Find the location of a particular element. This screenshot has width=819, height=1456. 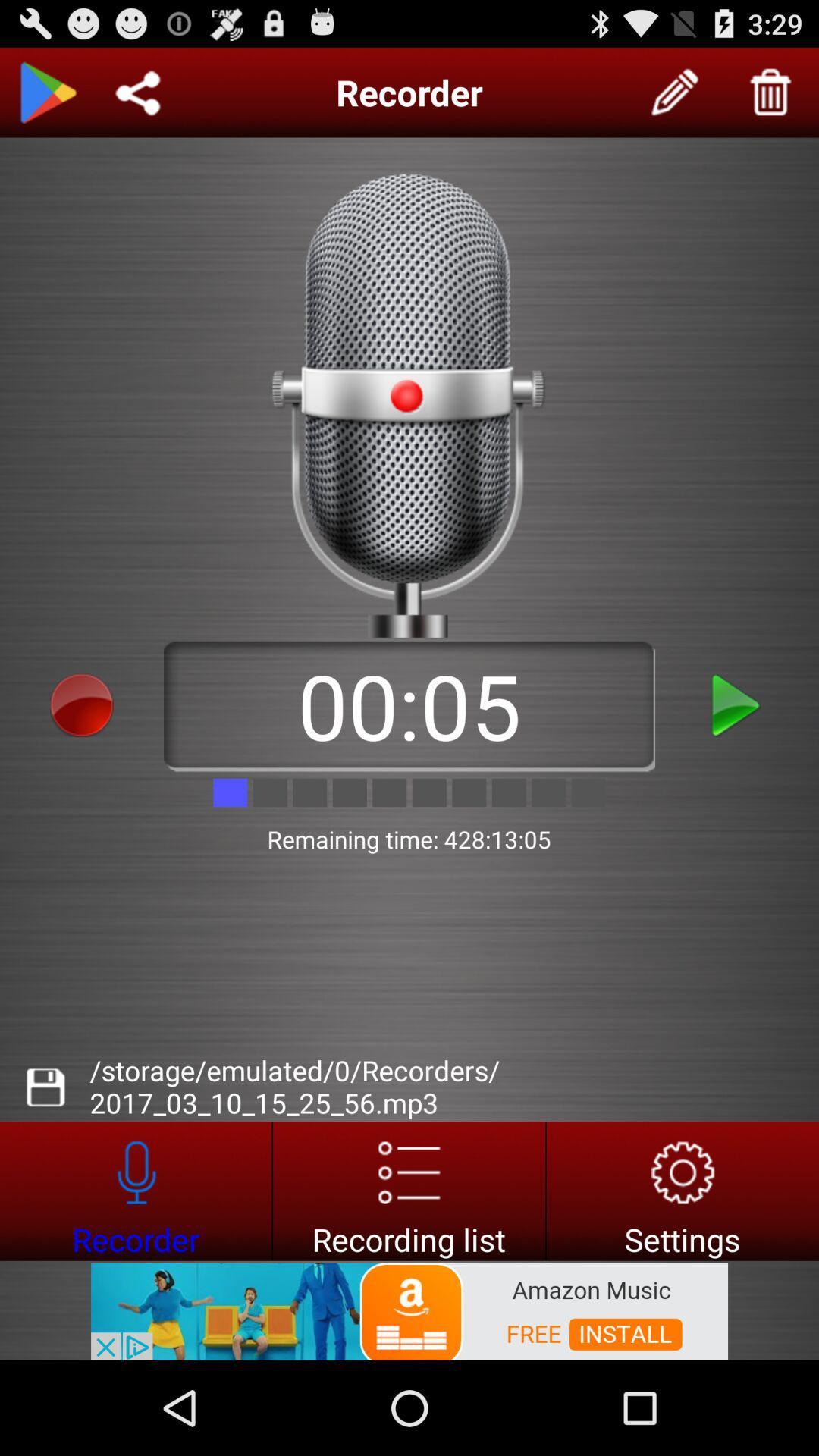

advertisement is located at coordinates (408, 1190).